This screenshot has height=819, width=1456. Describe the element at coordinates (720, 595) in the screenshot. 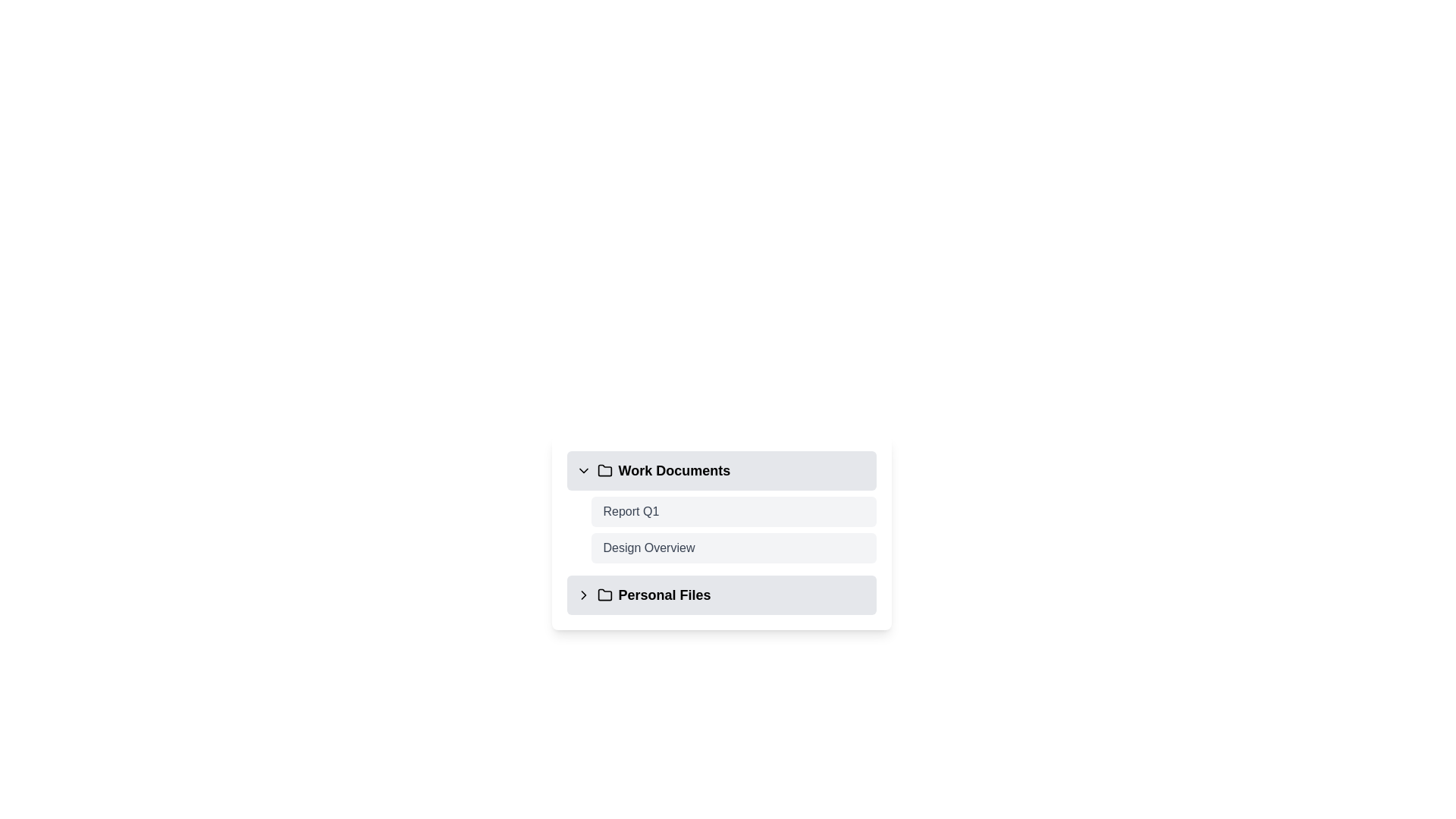

I see `the 'Personal Files' button located at the bottom of the file list` at that location.